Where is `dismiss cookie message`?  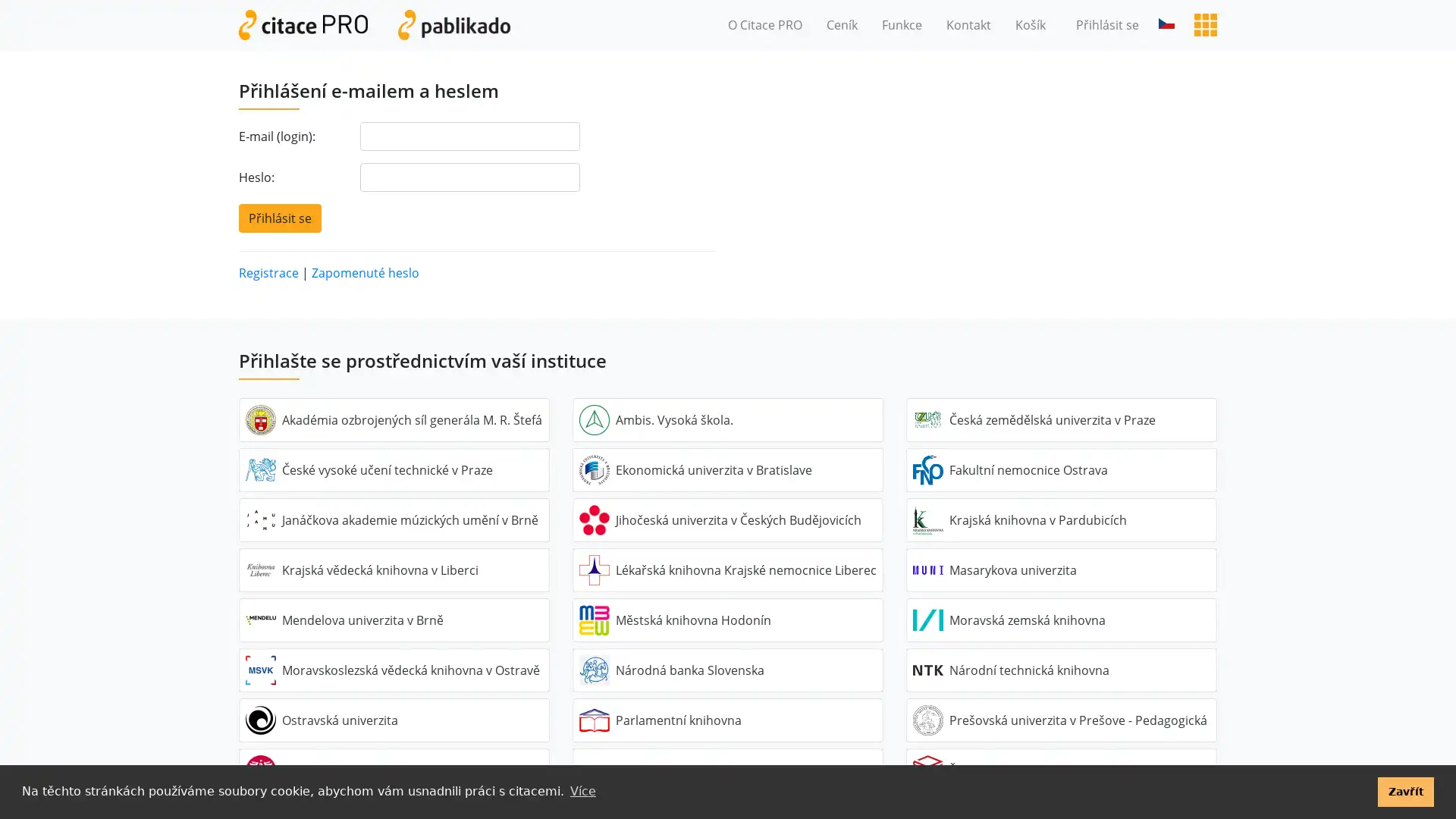 dismiss cookie message is located at coordinates (1404, 791).